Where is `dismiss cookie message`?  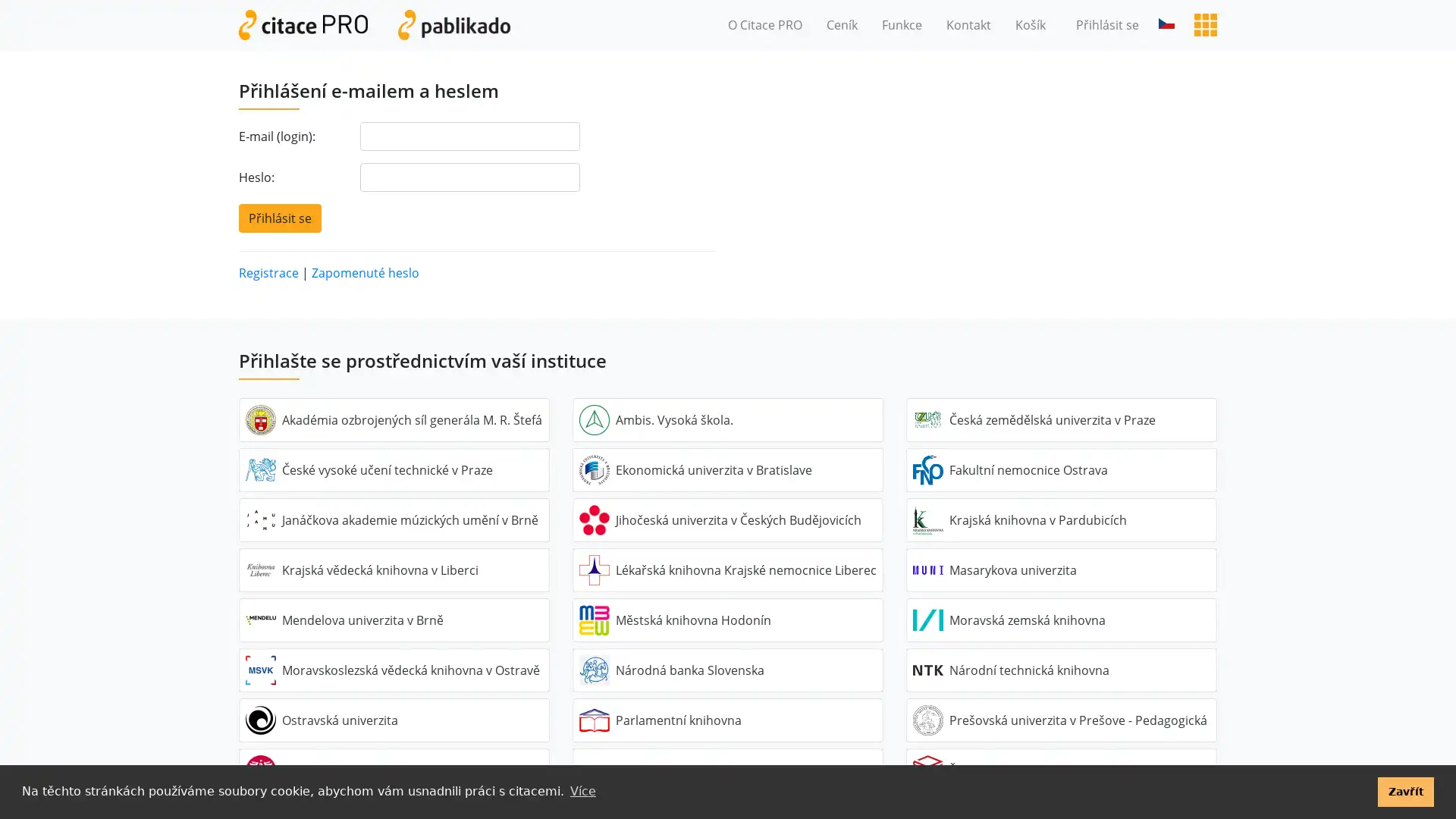 dismiss cookie message is located at coordinates (1404, 791).